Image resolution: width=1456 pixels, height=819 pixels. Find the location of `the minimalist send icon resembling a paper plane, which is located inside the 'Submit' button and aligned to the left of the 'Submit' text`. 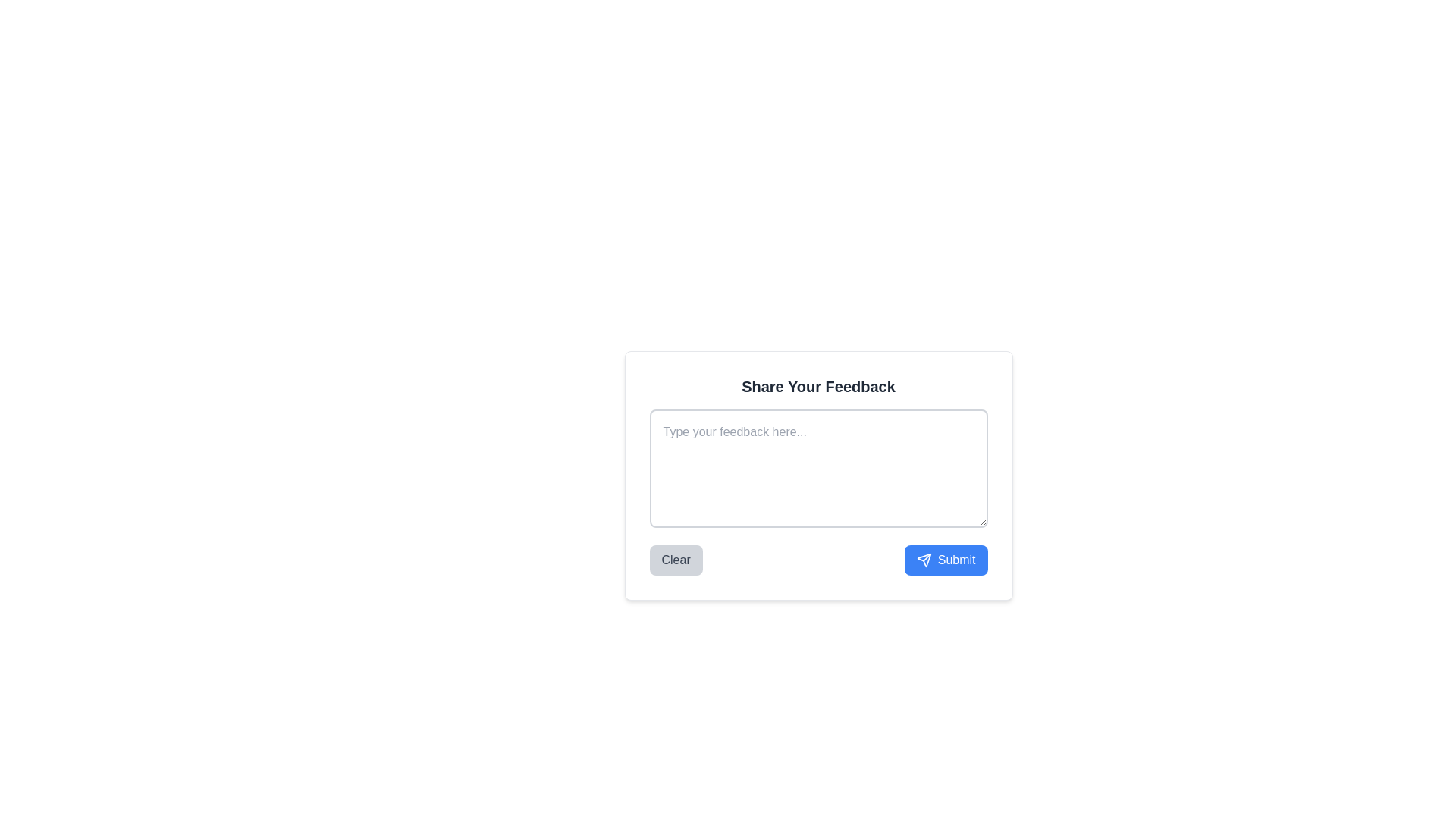

the minimalist send icon resembling a paper plane, which is located inside the 'Submit' button and aligned to the left of the 'Submit' text is located at coordinates (923, 560).